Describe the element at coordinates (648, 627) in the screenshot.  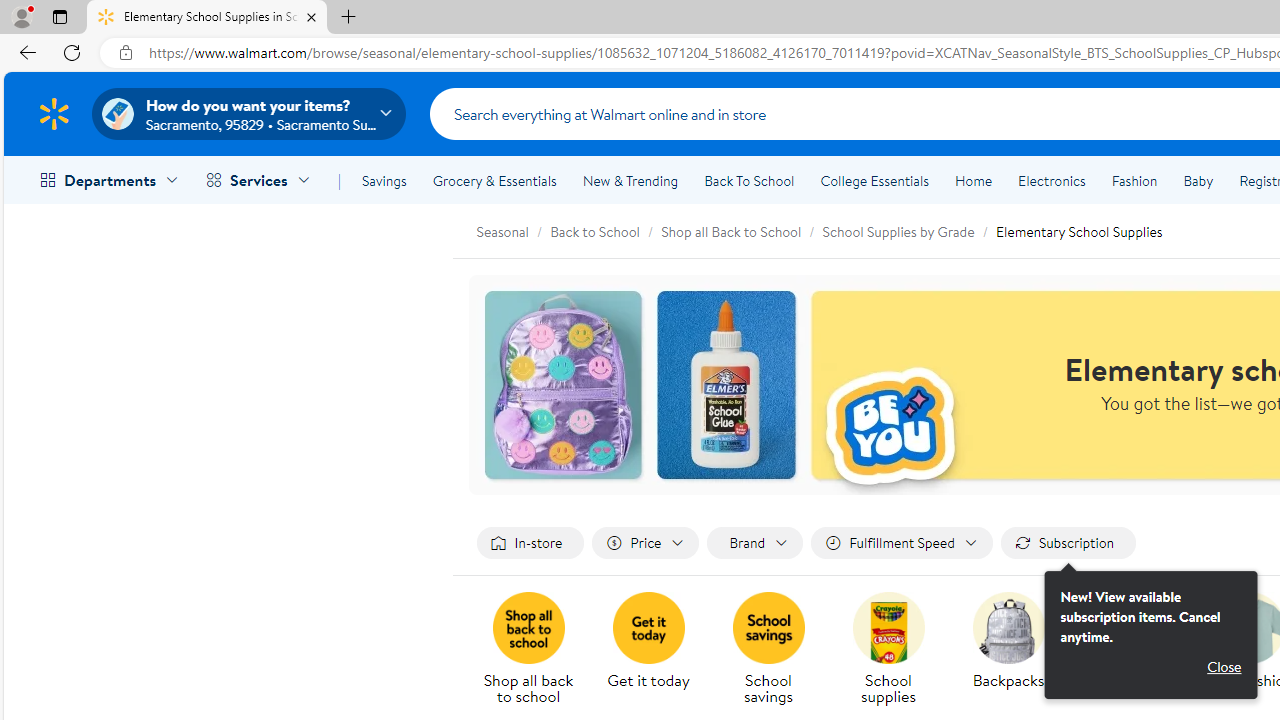
I see `'Get it today'` at that location.